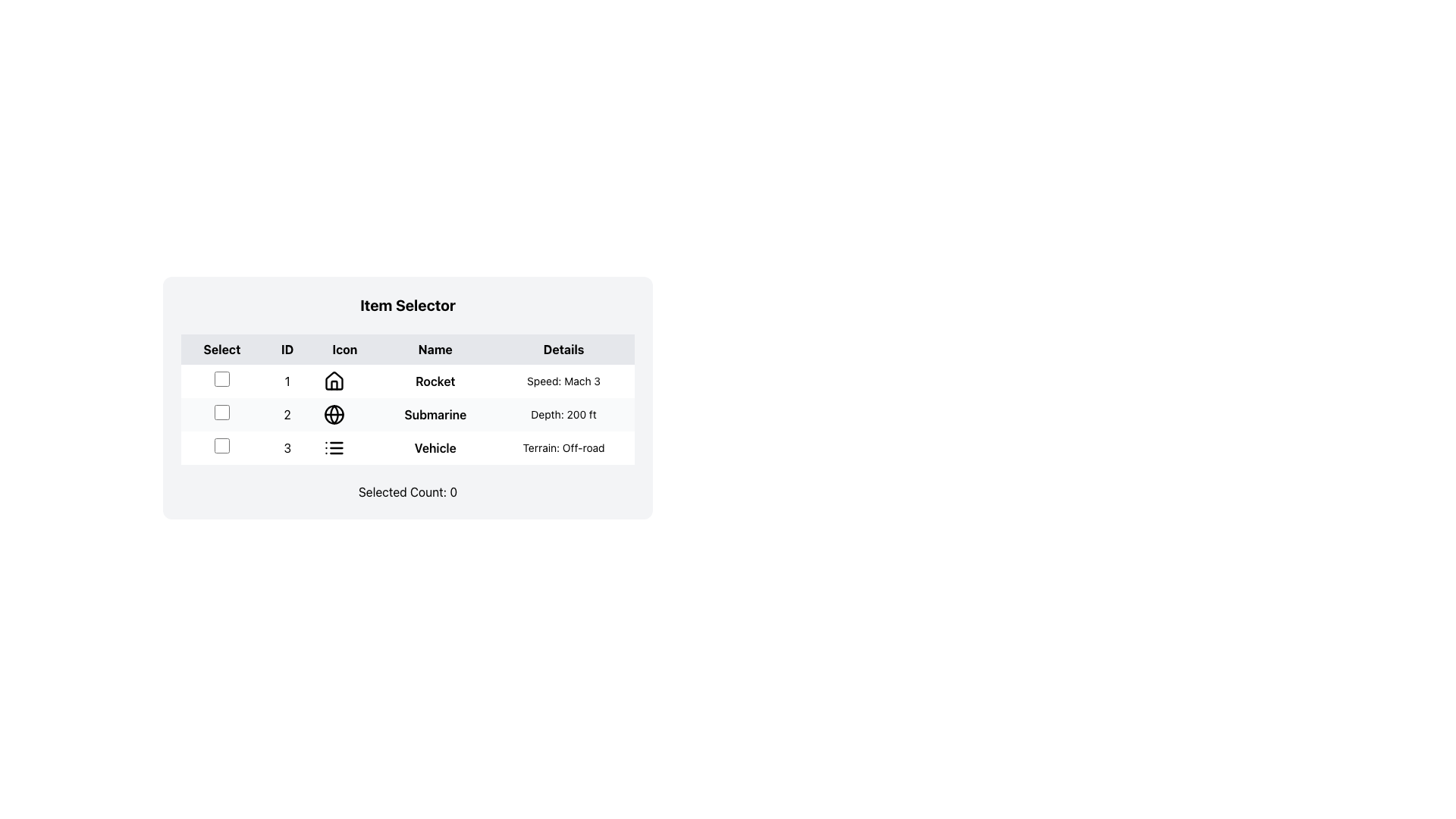 This screenshot has height=819, width=1456. Describe the element at coordinates (435, 447) in the screenshot. I see `text displayed in the Text Label that shows 'Vehicle' in the third row of the table under the 'Name' column` at that location.